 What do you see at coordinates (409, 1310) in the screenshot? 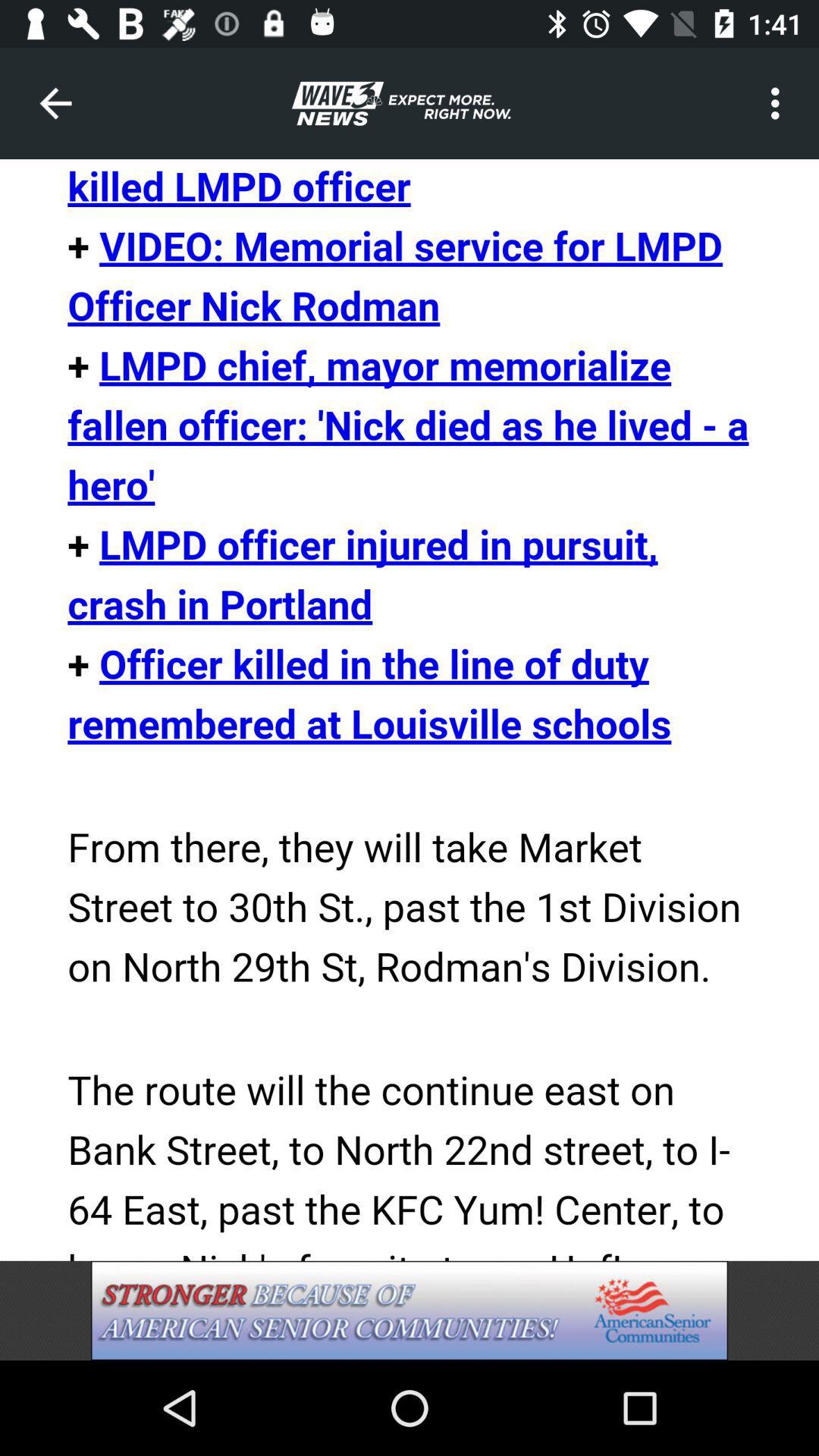
I see `advertisement page` at bounding box center [409, 1310].